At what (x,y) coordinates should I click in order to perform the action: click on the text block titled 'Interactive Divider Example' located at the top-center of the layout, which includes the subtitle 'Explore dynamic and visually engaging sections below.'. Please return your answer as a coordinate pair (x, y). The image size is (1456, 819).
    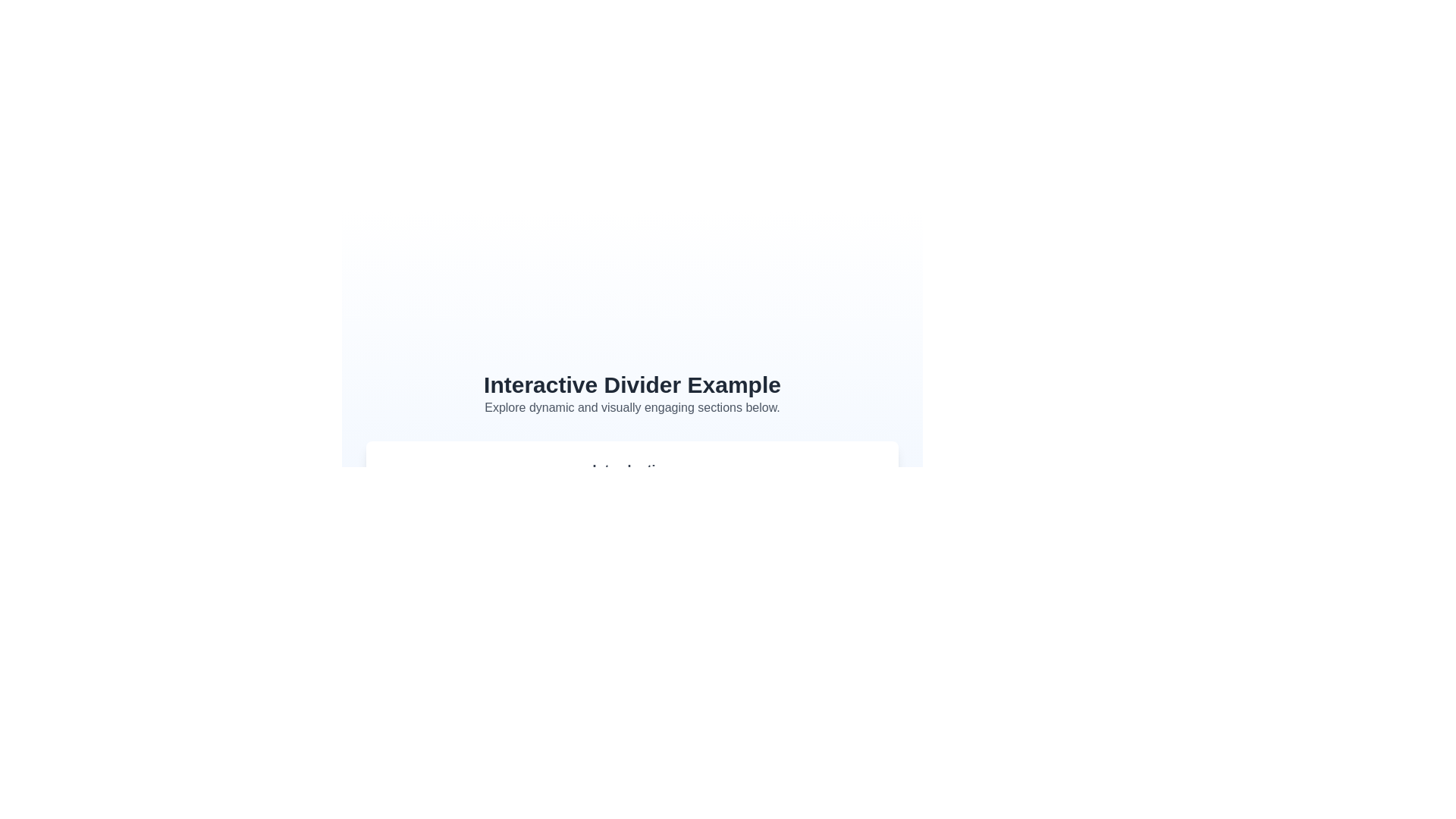
    Looking at the image, I should click on (632, 393).